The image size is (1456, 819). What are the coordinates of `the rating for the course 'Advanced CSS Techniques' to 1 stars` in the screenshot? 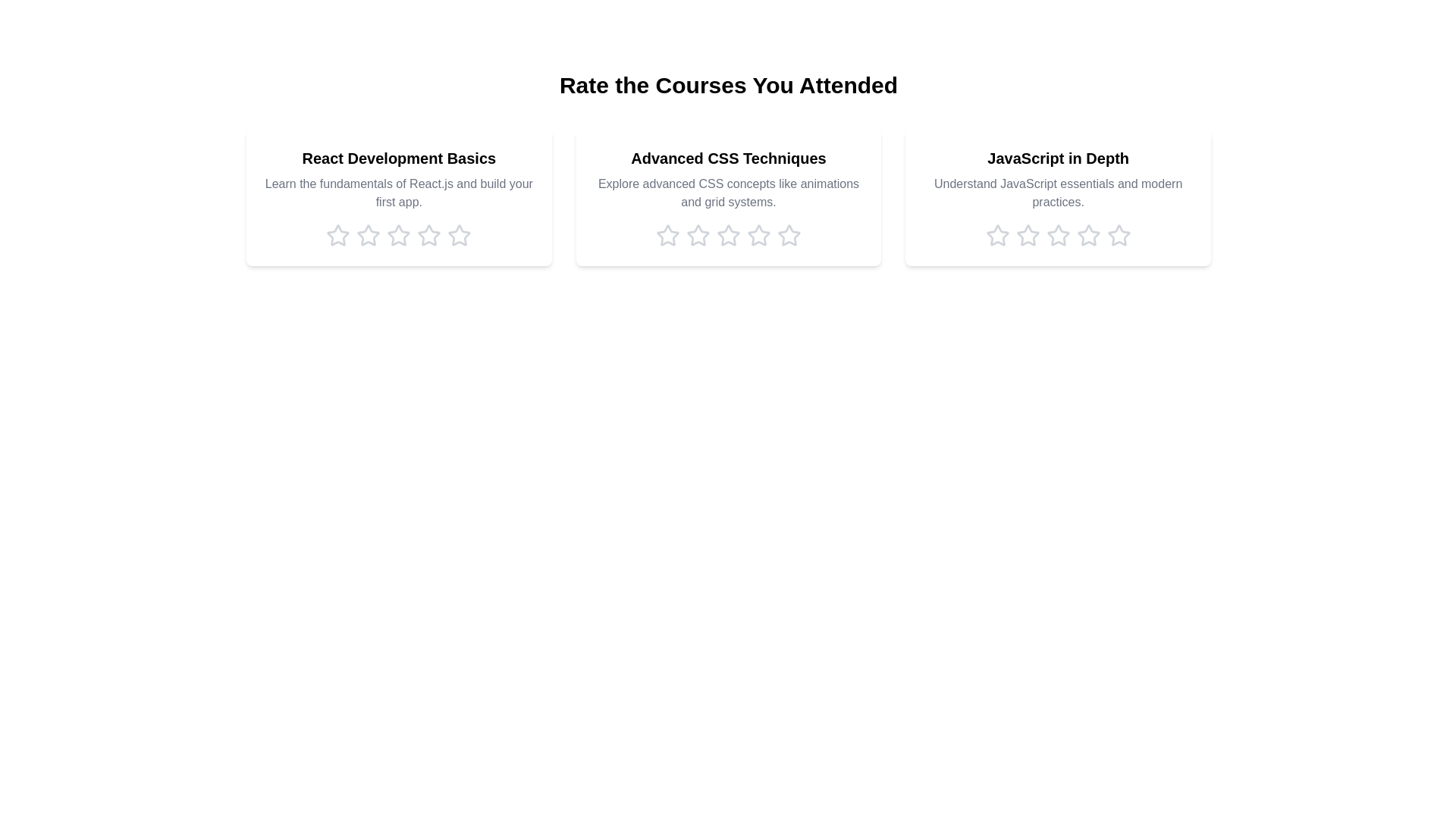 It's located at (667, 236).